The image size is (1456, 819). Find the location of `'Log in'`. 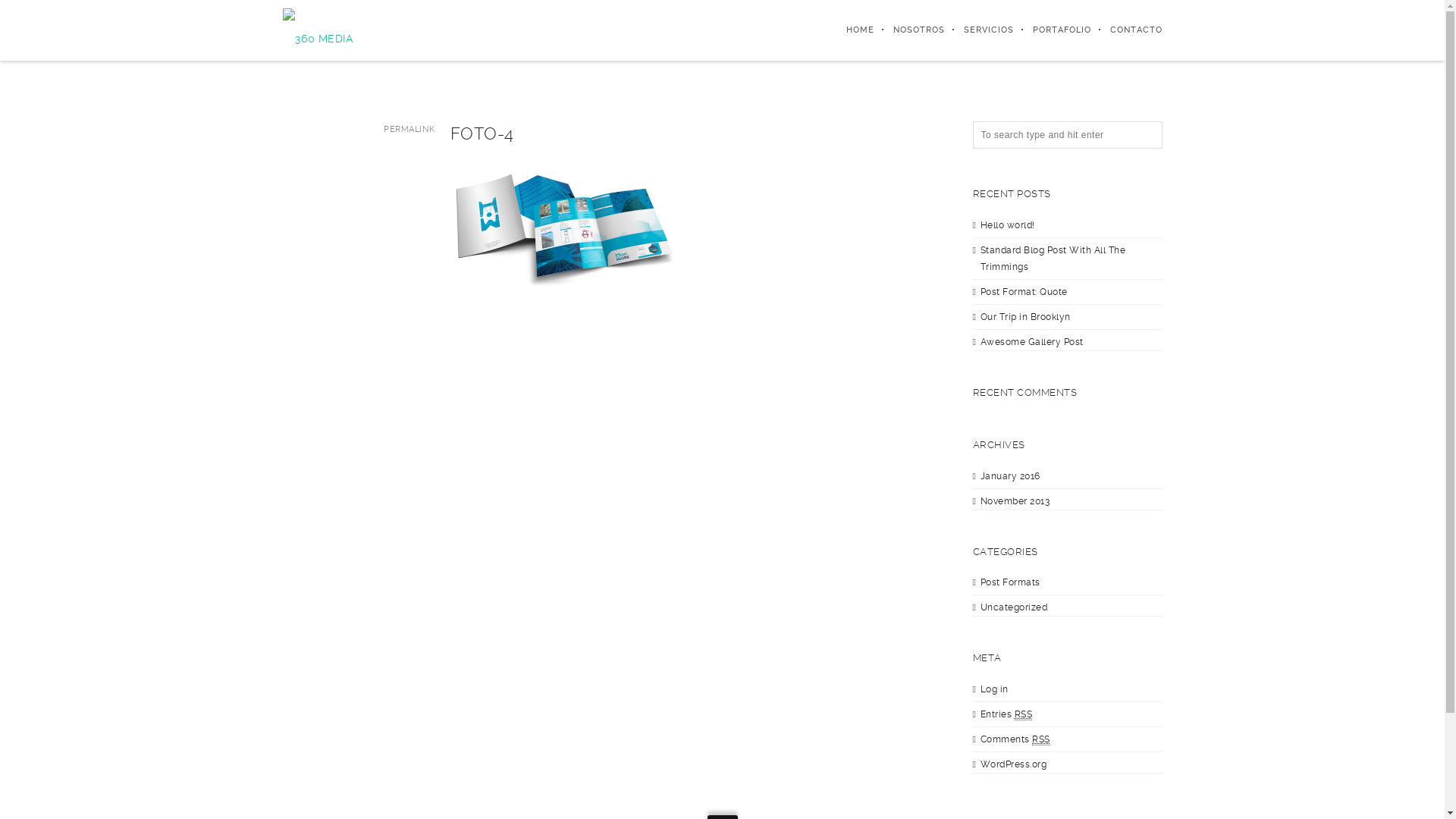

'Log in' is located at coordinates (993, 689).